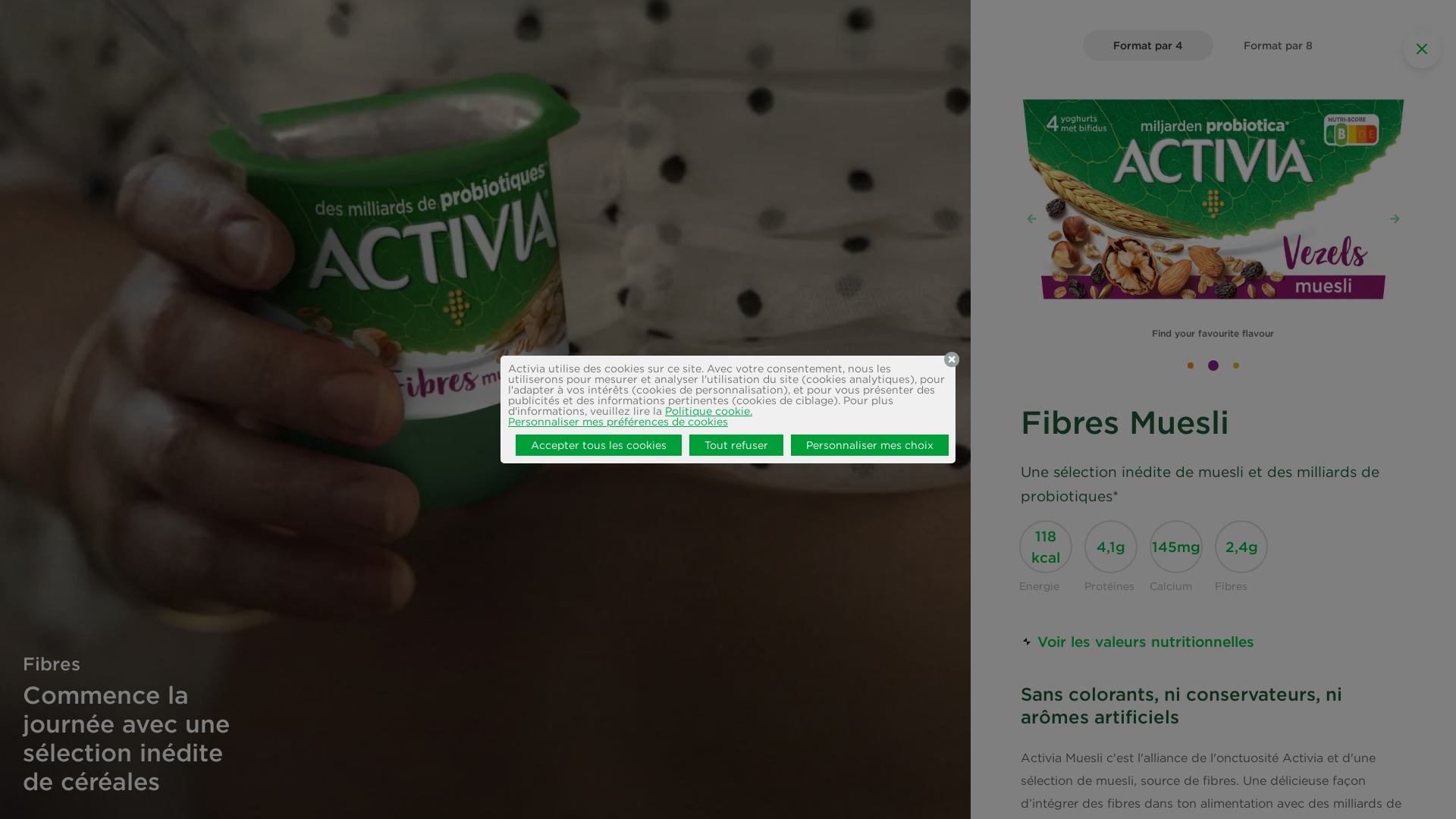 This screenshot has height=819, width=1456. I want to click on 'Format par 8', so click(1212, 45).